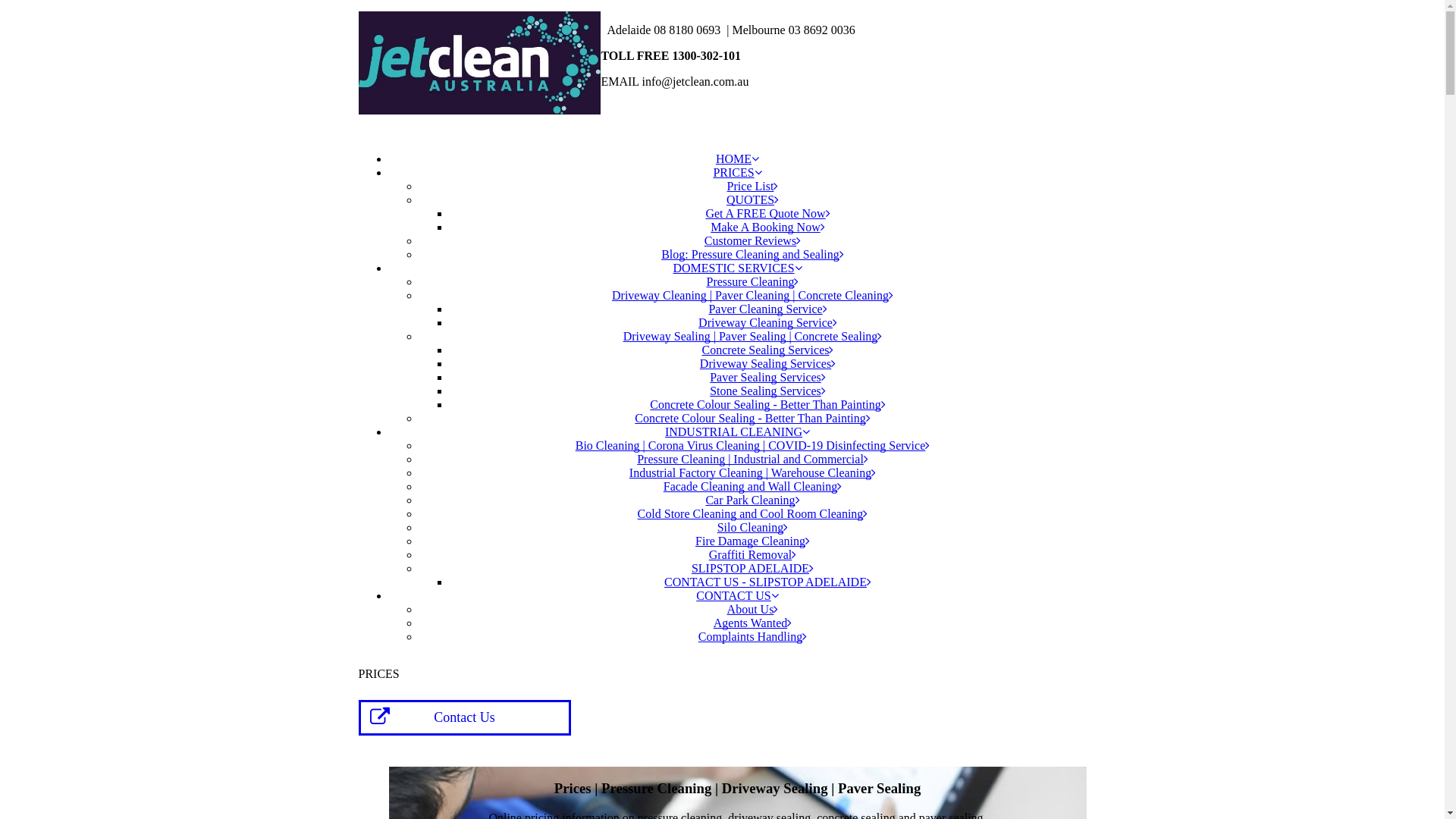  I want to click on 'Facade Cleaning and Wall Cleaning', so click(752, 486).